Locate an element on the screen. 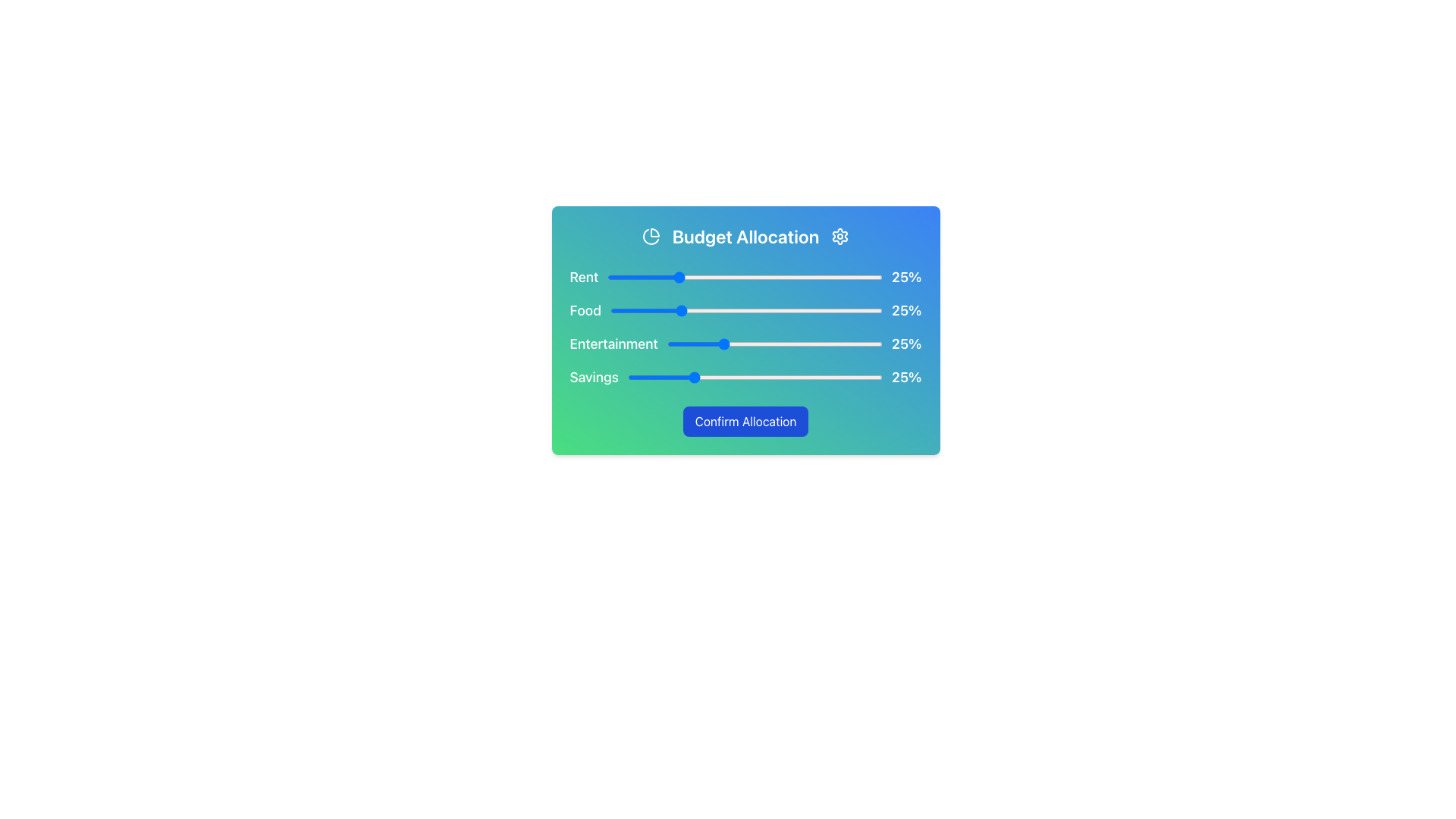  the text label displaying '25%' in white font against a blue background is located at coordinates (906, 309).